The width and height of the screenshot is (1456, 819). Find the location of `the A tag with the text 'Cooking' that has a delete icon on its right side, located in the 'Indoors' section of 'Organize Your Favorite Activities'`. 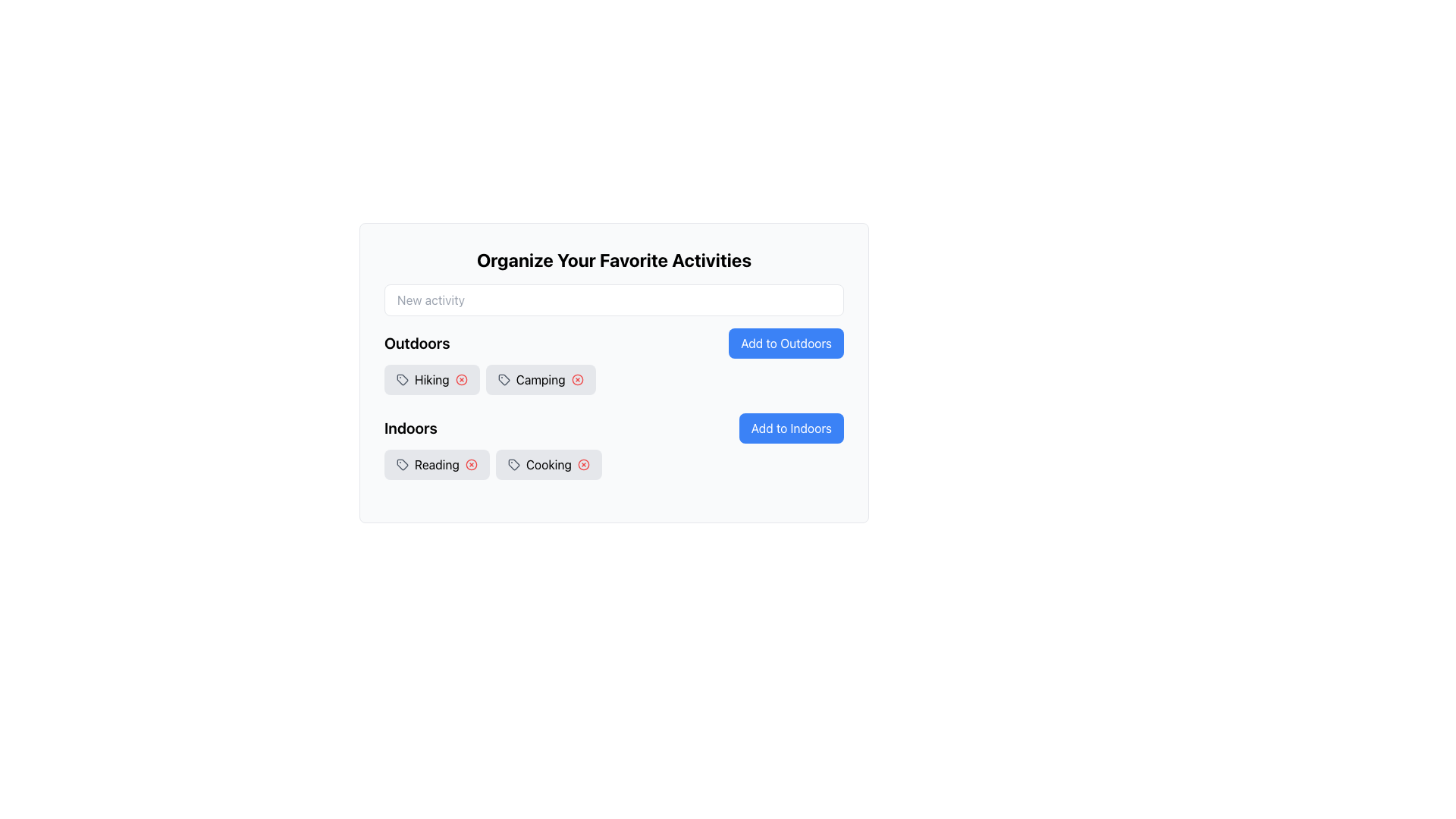

the A tag with the text 'Cooking' that has a delete icon on its right side, located in the 'Indoors' section of 'Organize Your Favorite Activities' is located at coordinates (548, 464).